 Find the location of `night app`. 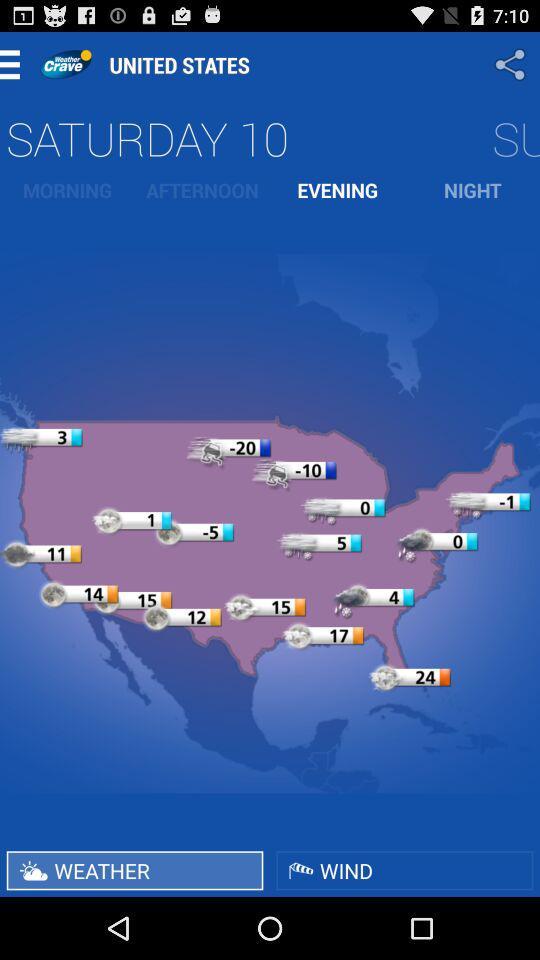

night app is located at coordinates (472, 190).